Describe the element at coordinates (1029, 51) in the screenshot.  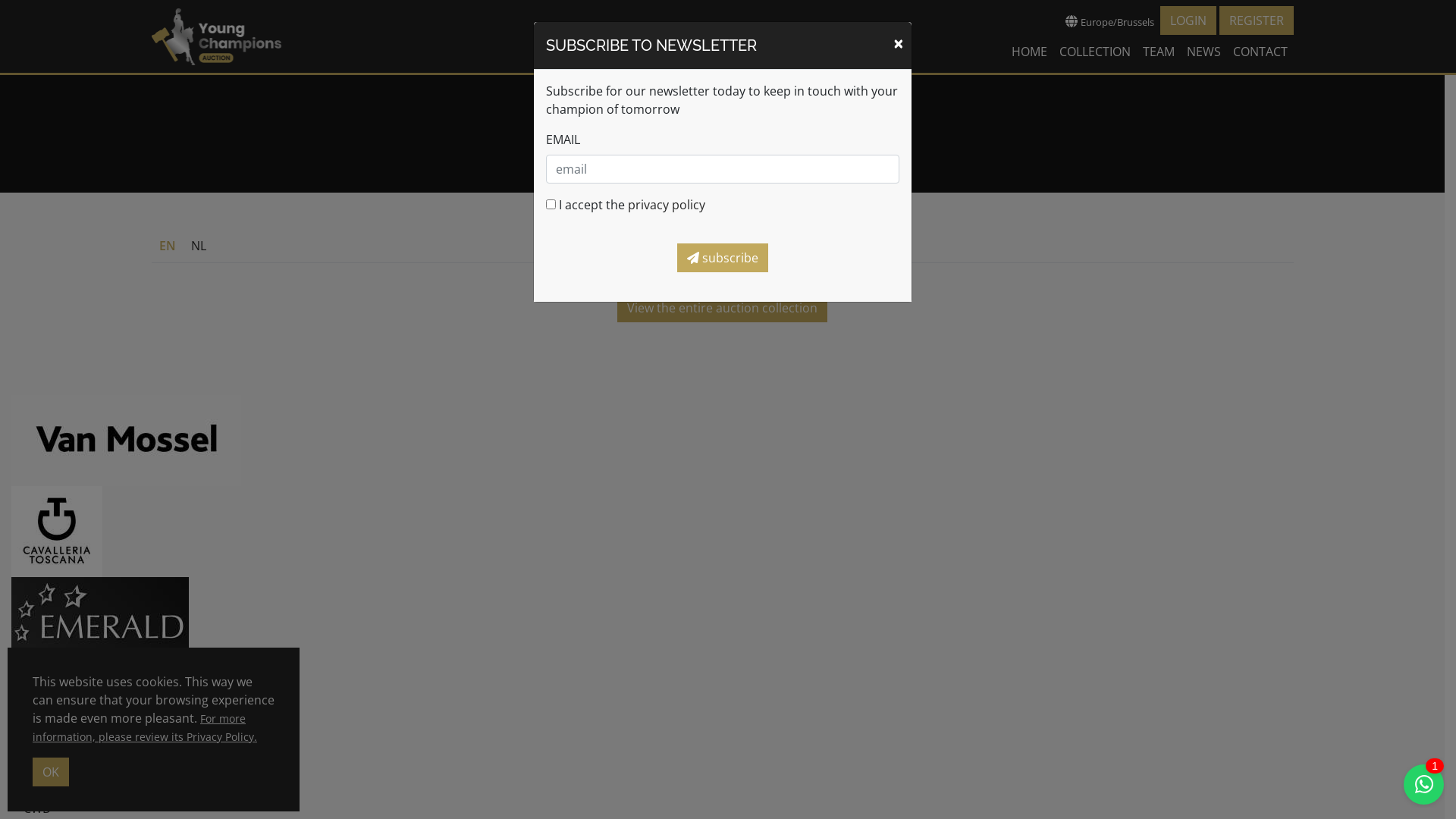
I see `'HOME'` at that location.